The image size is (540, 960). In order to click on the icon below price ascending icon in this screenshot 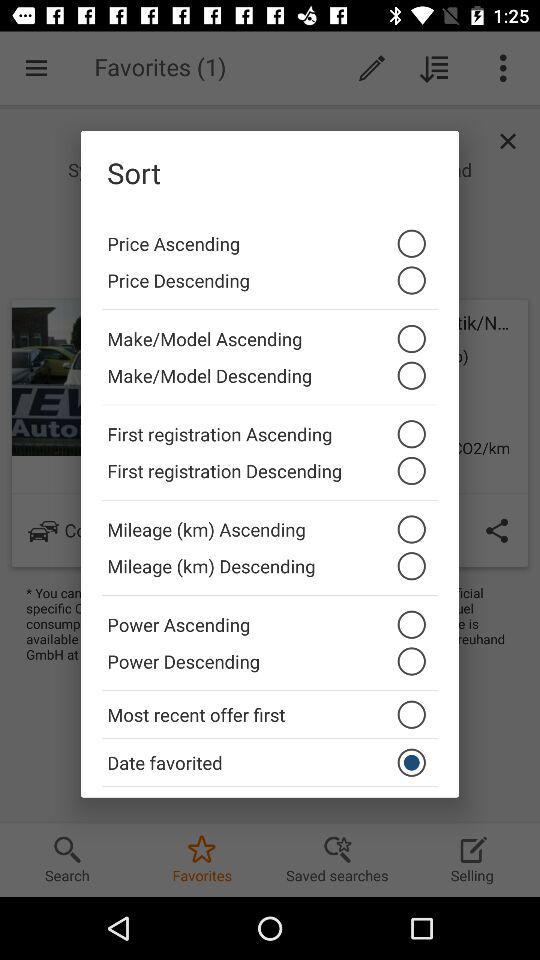, I will do `click(270, 284)`.